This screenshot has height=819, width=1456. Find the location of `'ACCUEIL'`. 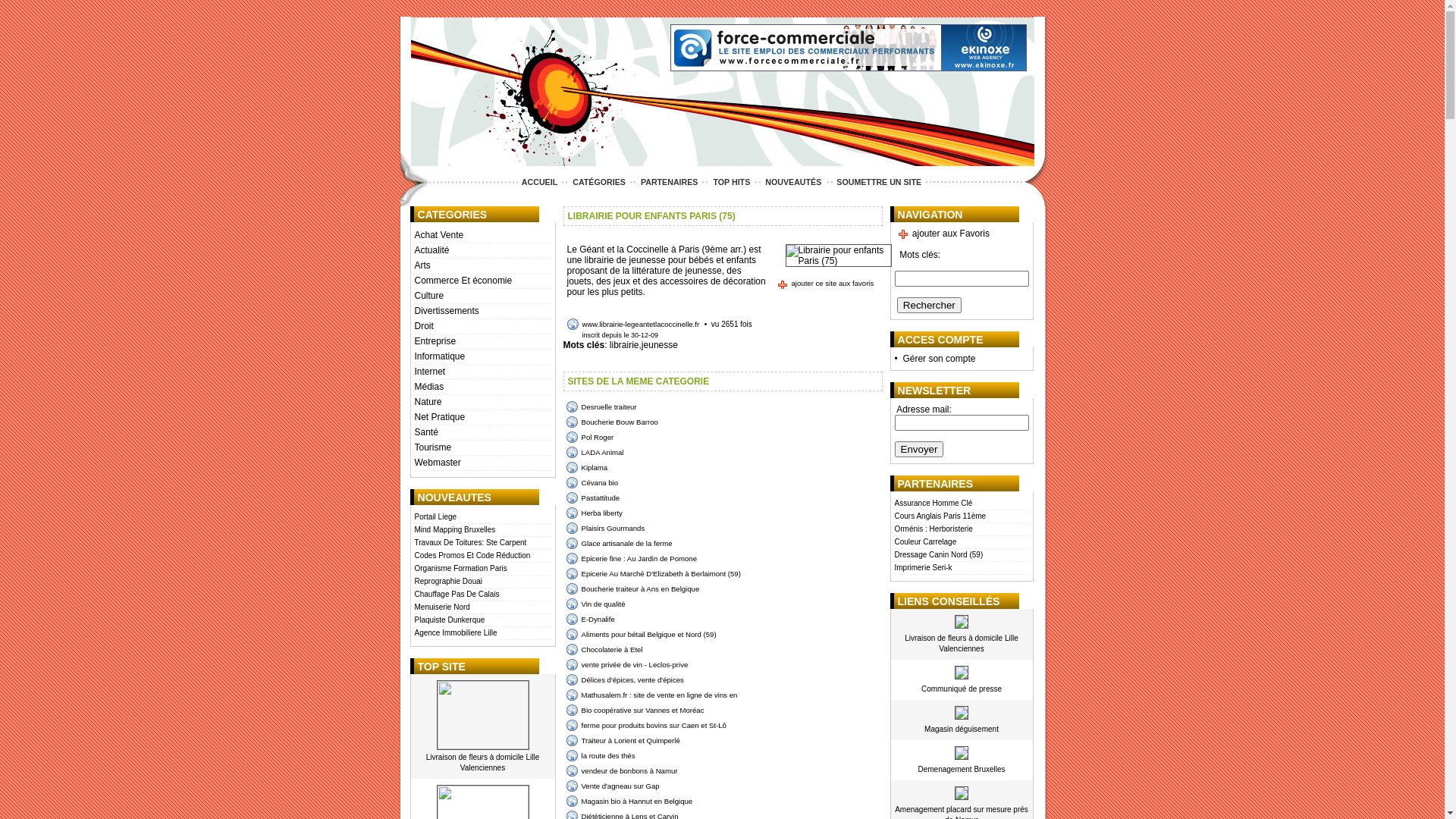

'ACCUEIL' is located at coordinates (517, 180).